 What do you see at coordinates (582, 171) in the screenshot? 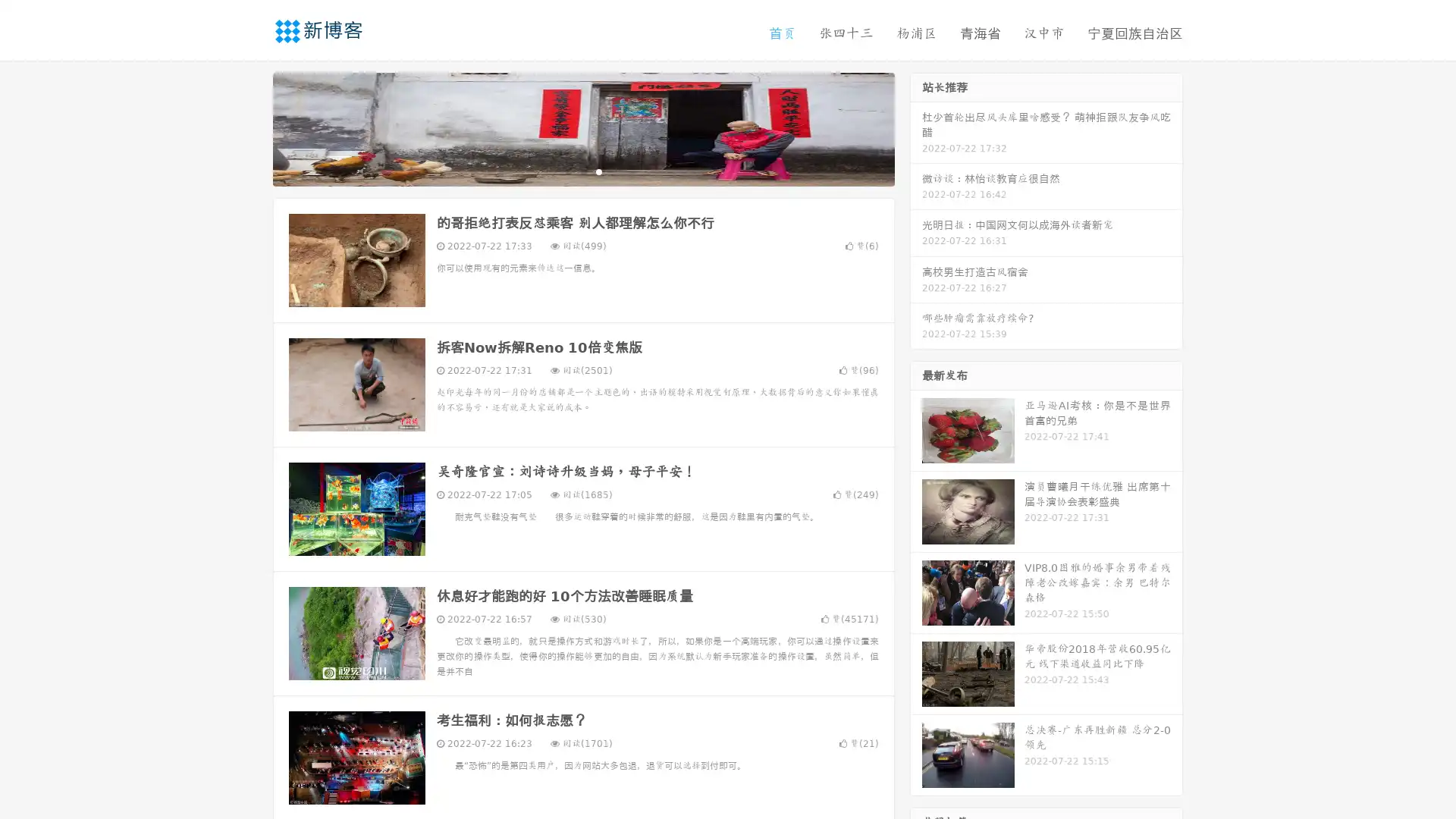
I see `Go to slide 2` at bounding box center [582, 171].